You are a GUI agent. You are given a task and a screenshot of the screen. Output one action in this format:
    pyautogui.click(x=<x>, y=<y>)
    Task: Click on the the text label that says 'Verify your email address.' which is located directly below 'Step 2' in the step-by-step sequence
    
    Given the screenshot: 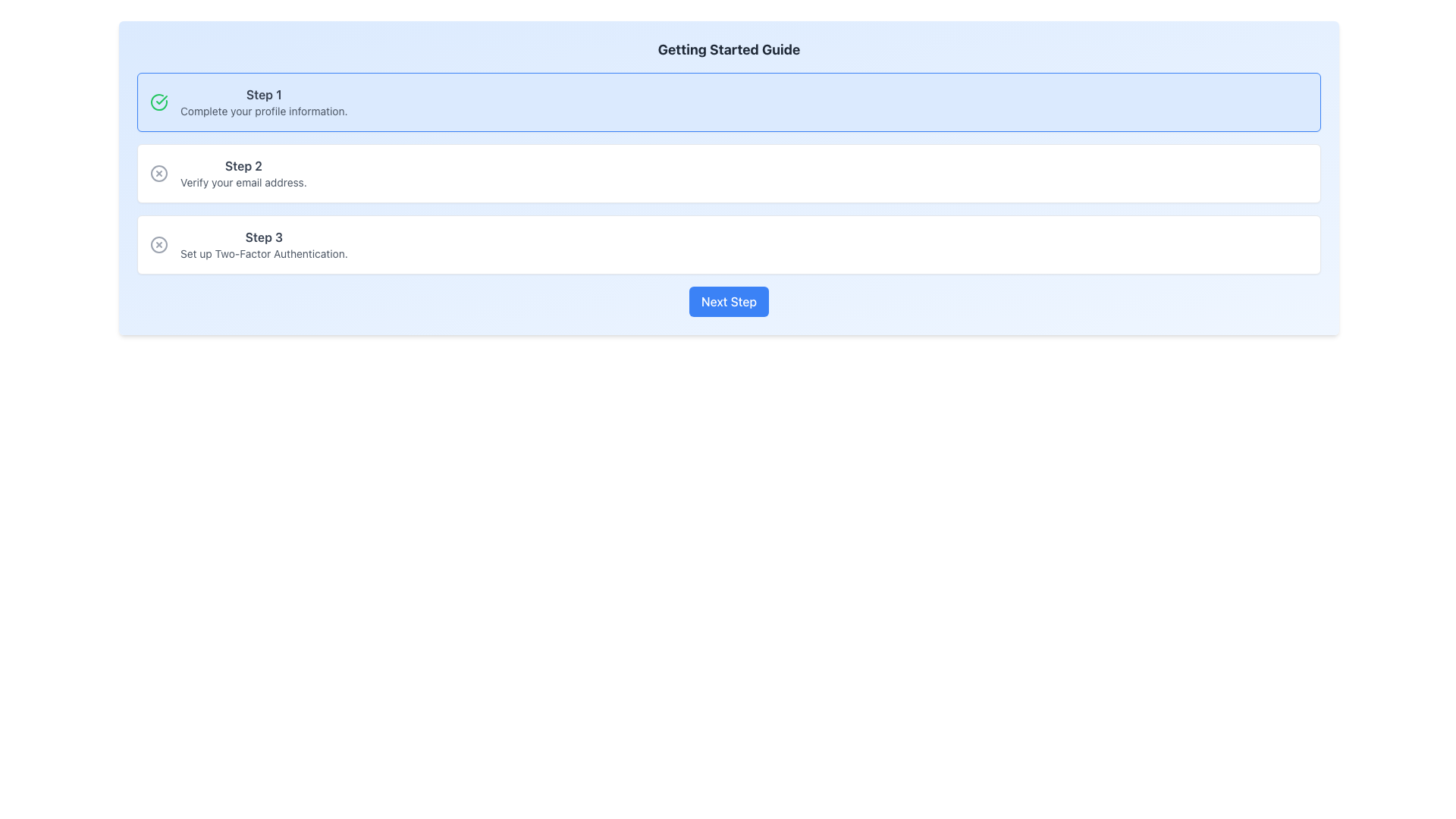 What is the action you would take?
    pyautogui.click(x=243, y=181)
    